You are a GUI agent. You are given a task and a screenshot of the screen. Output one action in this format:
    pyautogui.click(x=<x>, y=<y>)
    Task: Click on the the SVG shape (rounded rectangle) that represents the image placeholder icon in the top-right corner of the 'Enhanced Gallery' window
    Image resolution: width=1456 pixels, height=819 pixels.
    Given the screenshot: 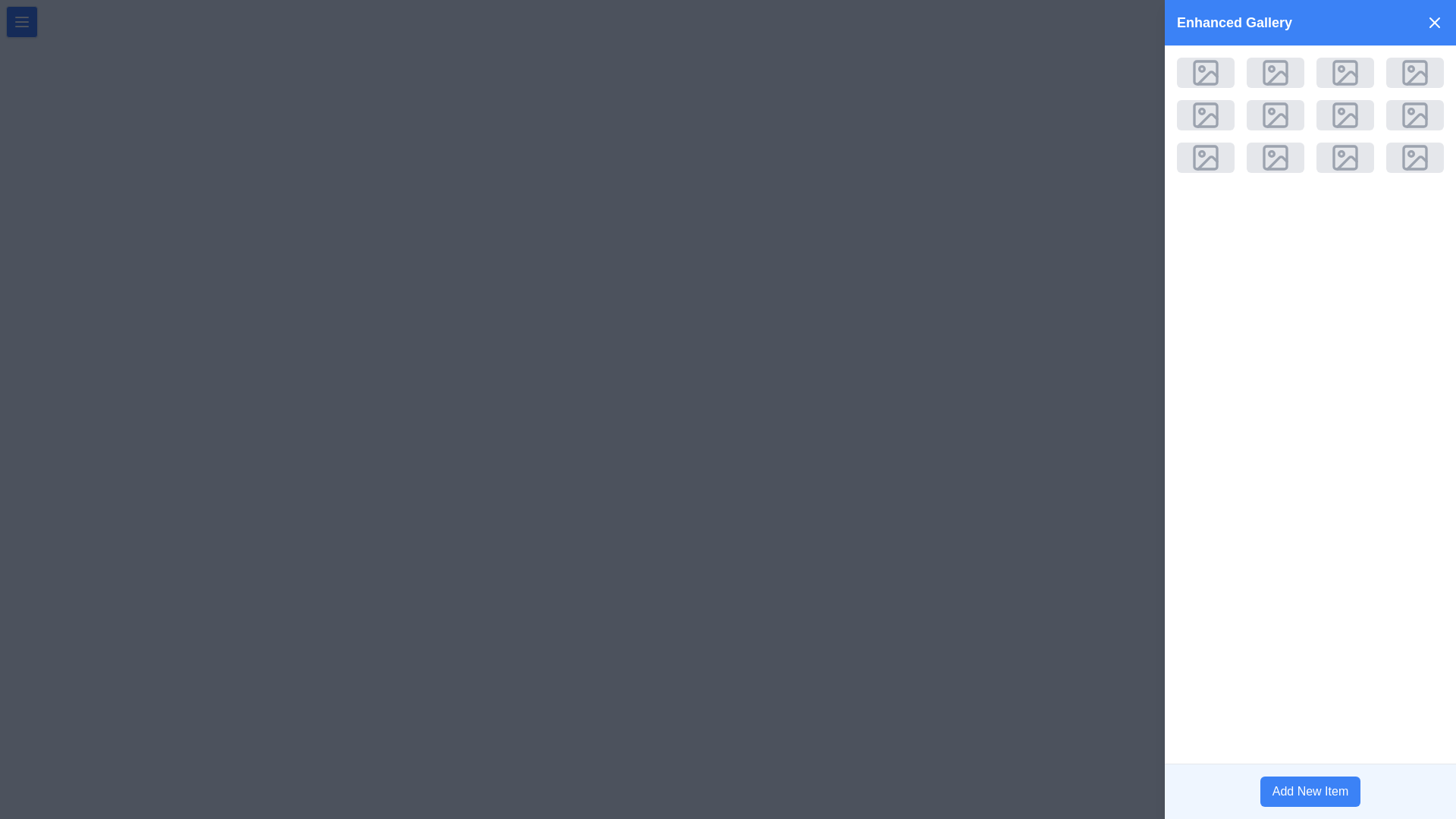 What is the action you would take?
    pyautogui.click(x=1414, y=73)
    